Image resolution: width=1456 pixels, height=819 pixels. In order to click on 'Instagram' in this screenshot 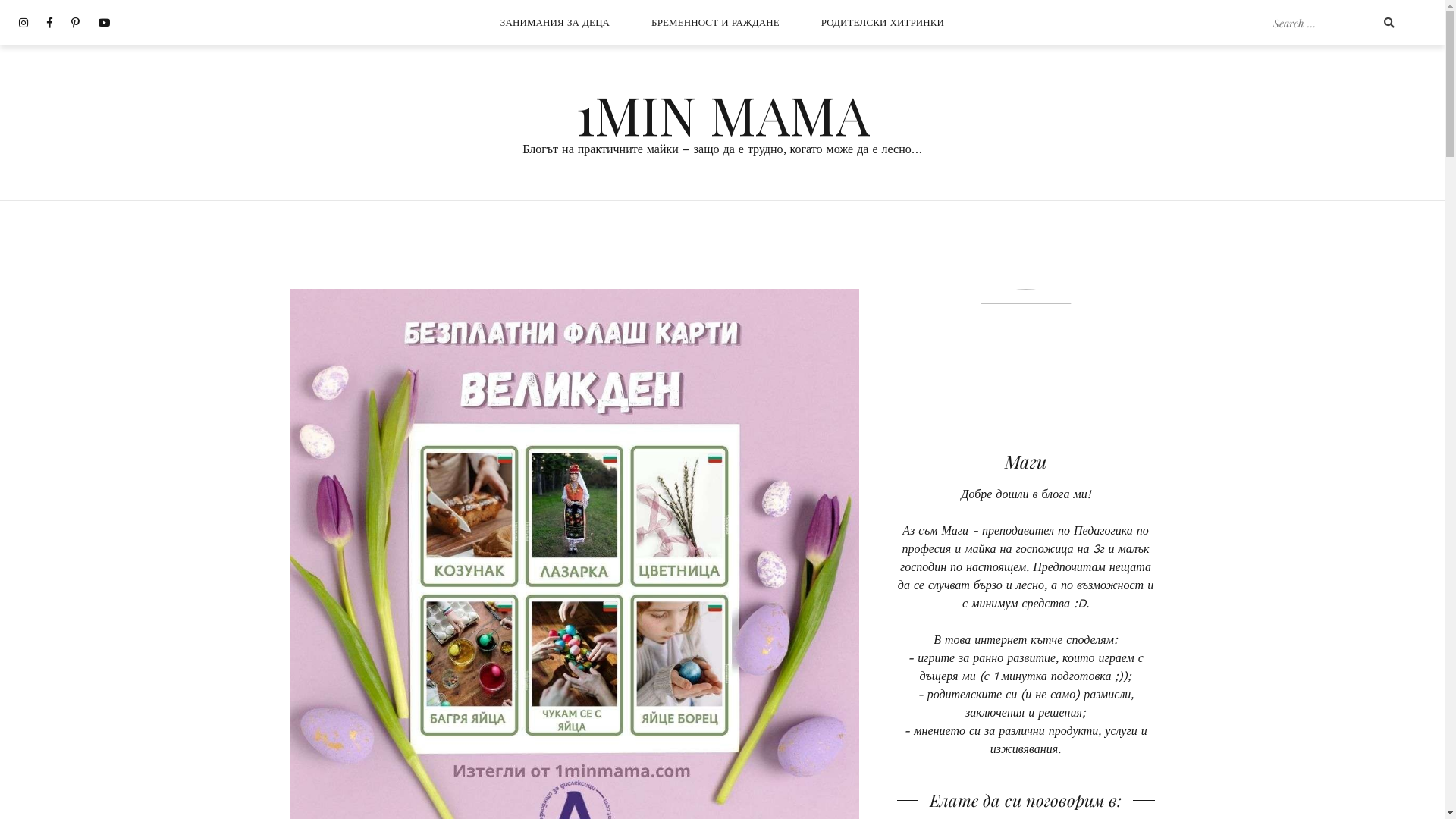, I will do `click(23, 23)`.